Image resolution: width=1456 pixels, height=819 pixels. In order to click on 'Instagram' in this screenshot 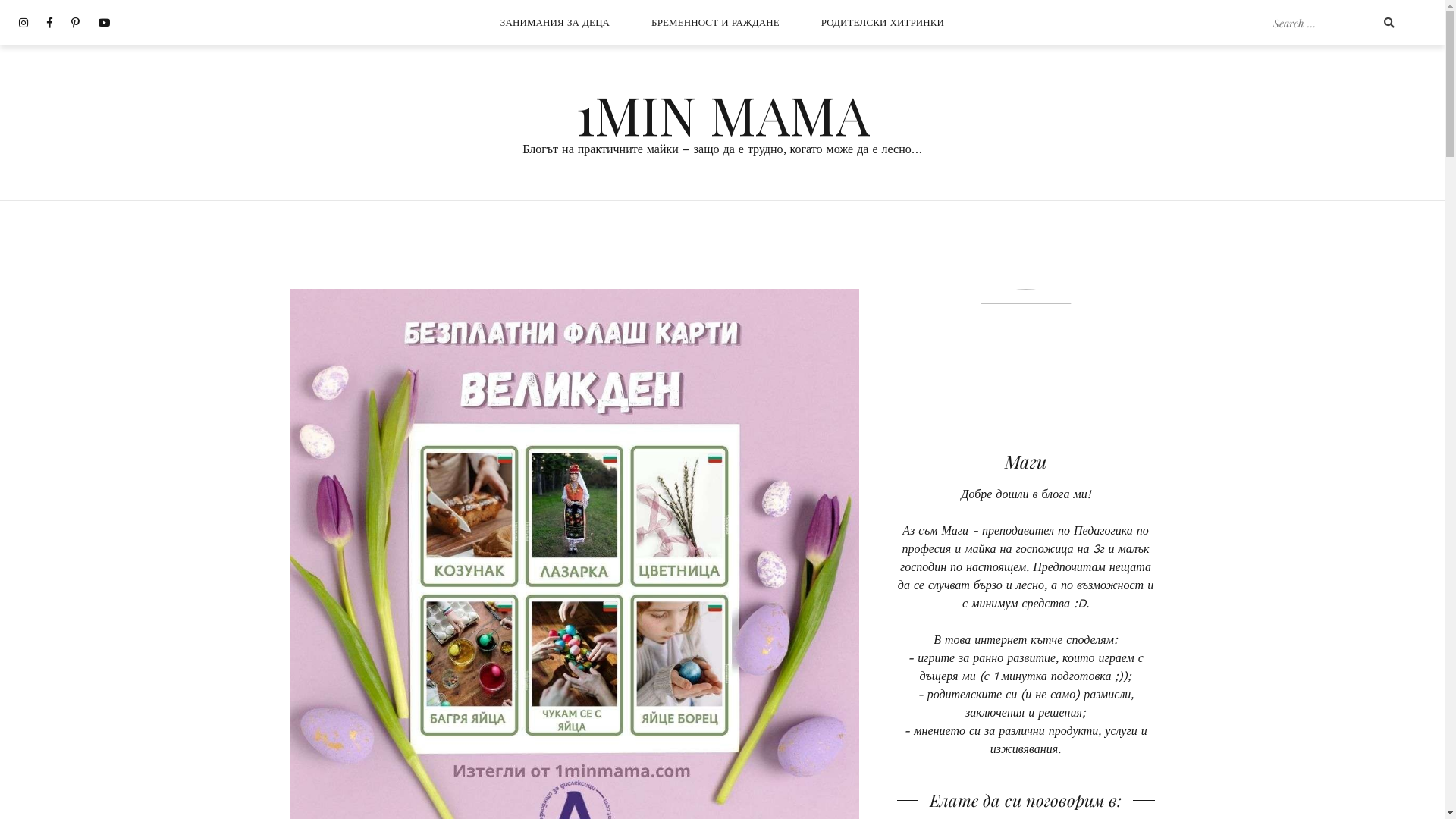, I will do `click(23, 23)`.